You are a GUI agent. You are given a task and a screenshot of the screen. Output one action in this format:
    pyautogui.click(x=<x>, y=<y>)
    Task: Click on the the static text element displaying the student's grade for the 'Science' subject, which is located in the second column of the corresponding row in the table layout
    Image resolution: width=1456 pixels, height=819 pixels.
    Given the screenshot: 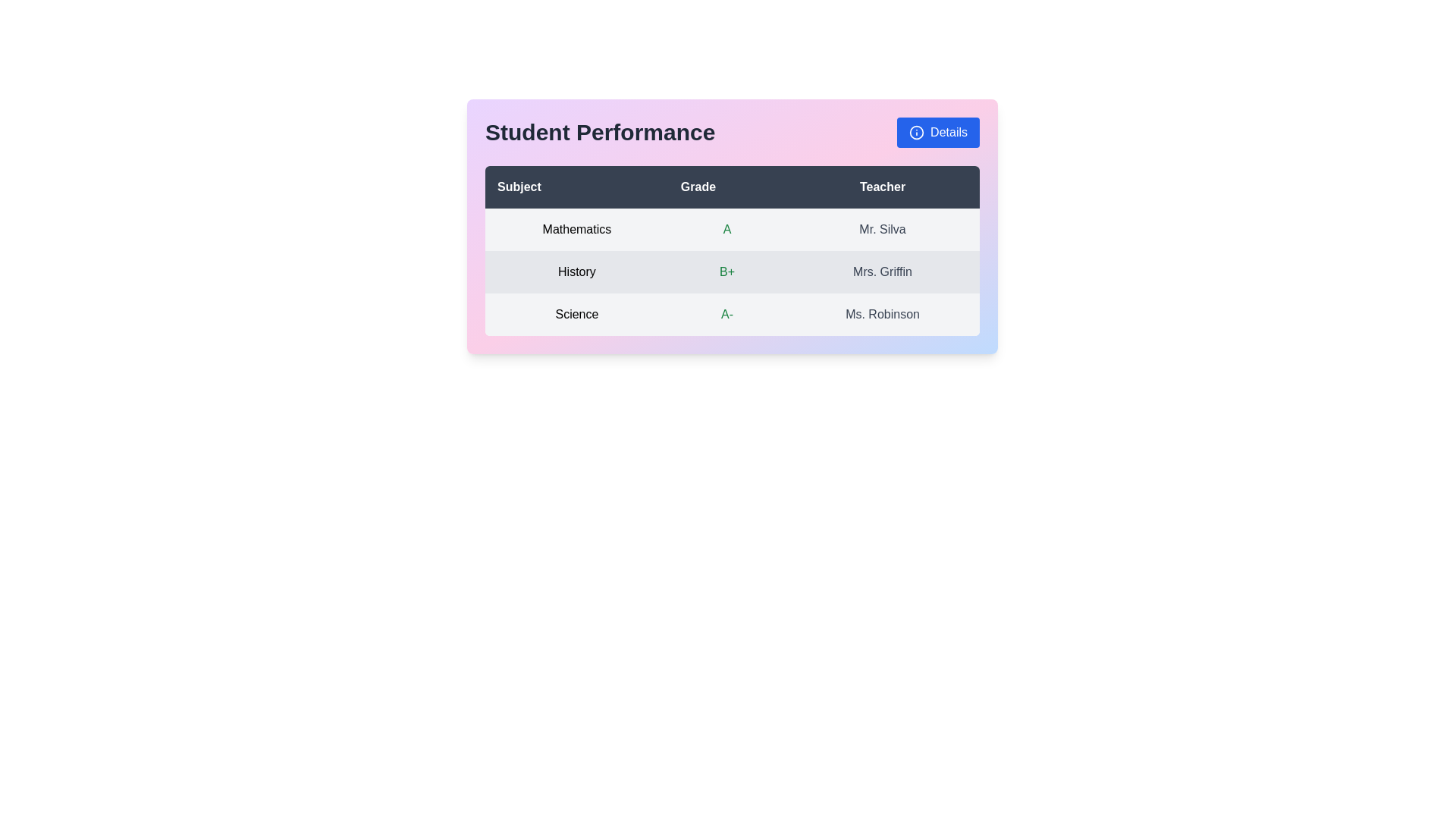 What is the action you would take?
    pyautogui.click(x=726, y=314)
    